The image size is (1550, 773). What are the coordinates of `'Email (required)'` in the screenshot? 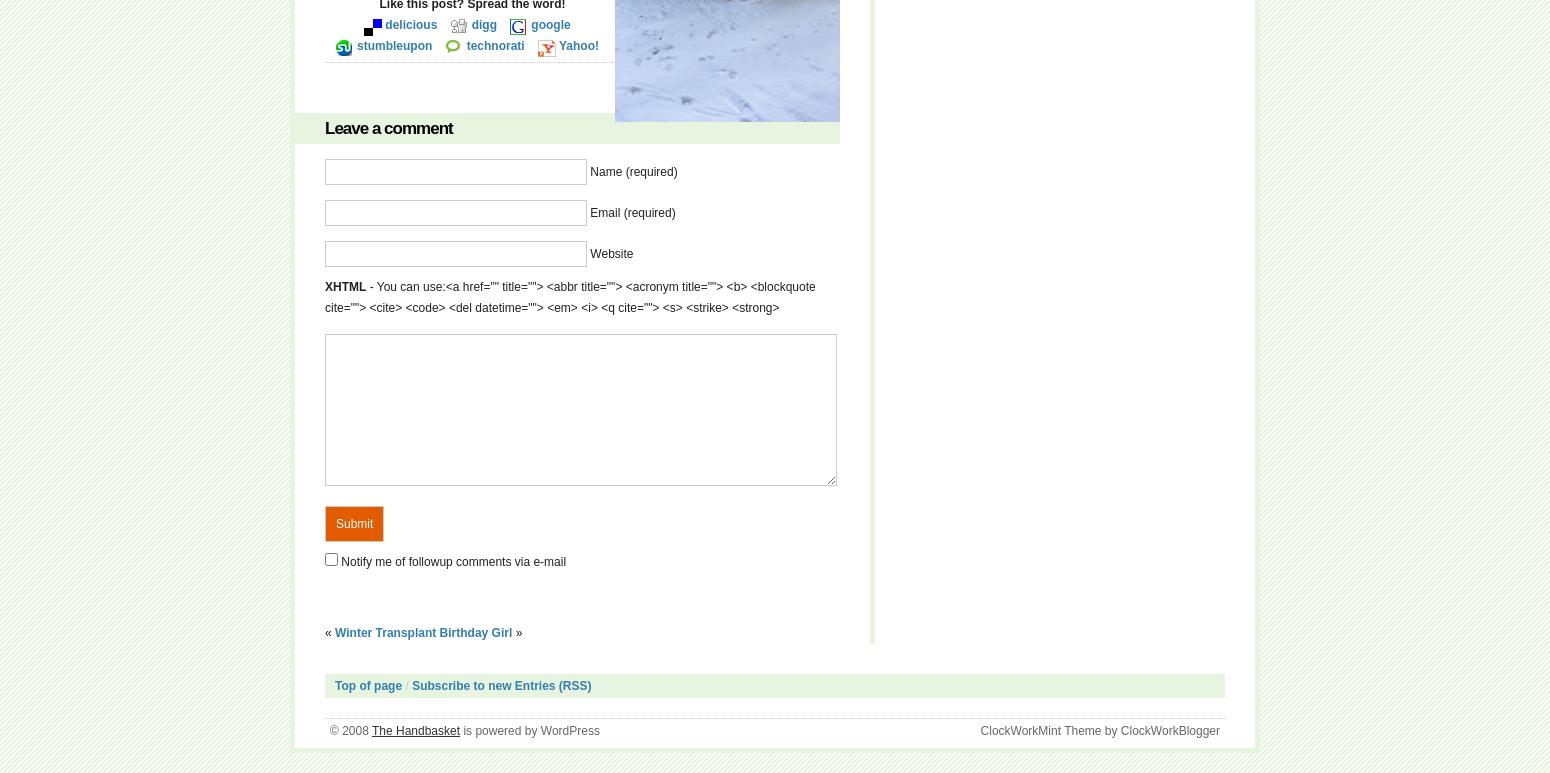 It's located at (589, 212).